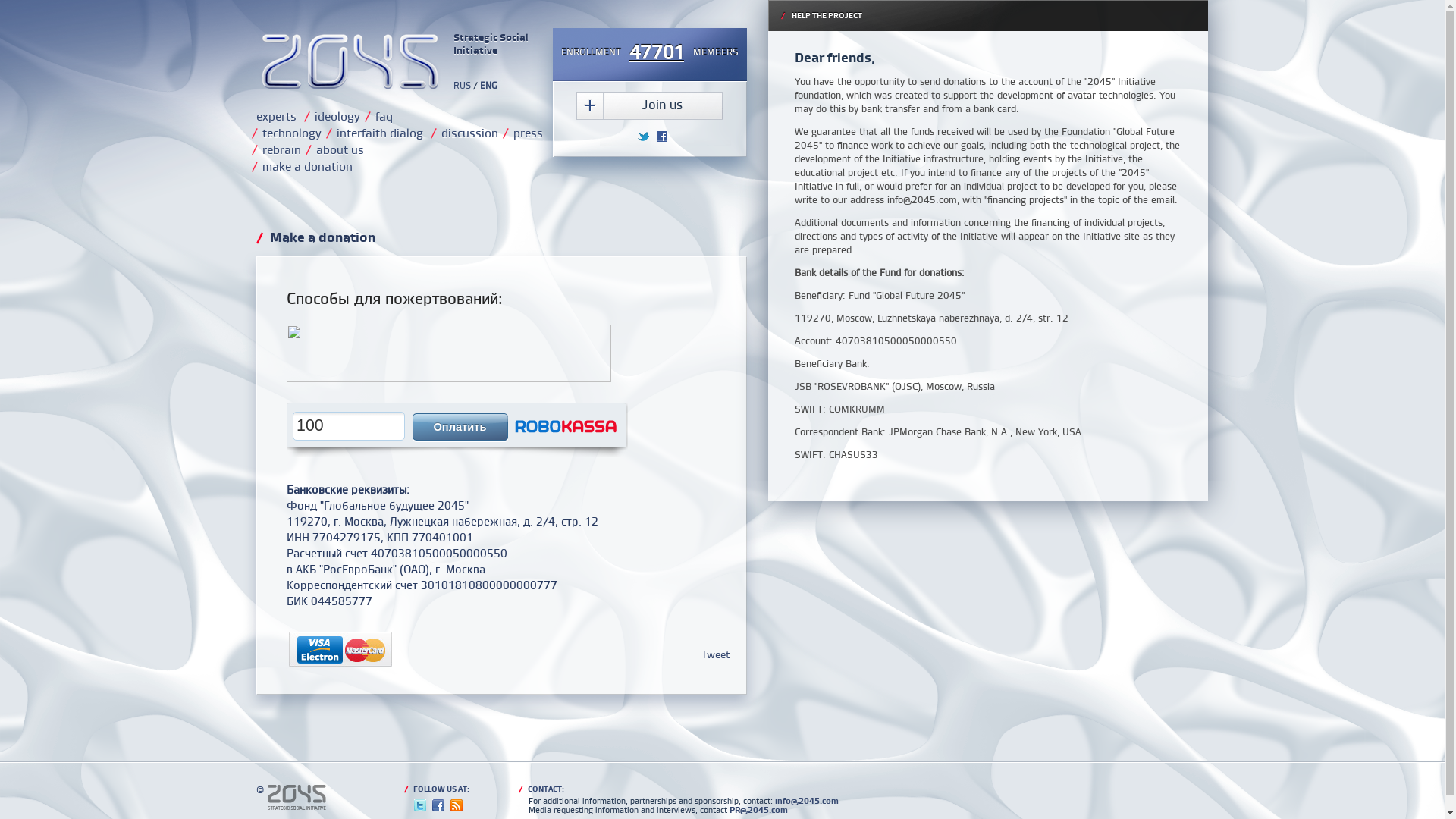 Image resolution: width=1456 pixels, height=819 pixels. What do you see at coordinates (519, 788) in the screenshot?
I see `'/ CONTACT:'` at bounding box center [519, 788].